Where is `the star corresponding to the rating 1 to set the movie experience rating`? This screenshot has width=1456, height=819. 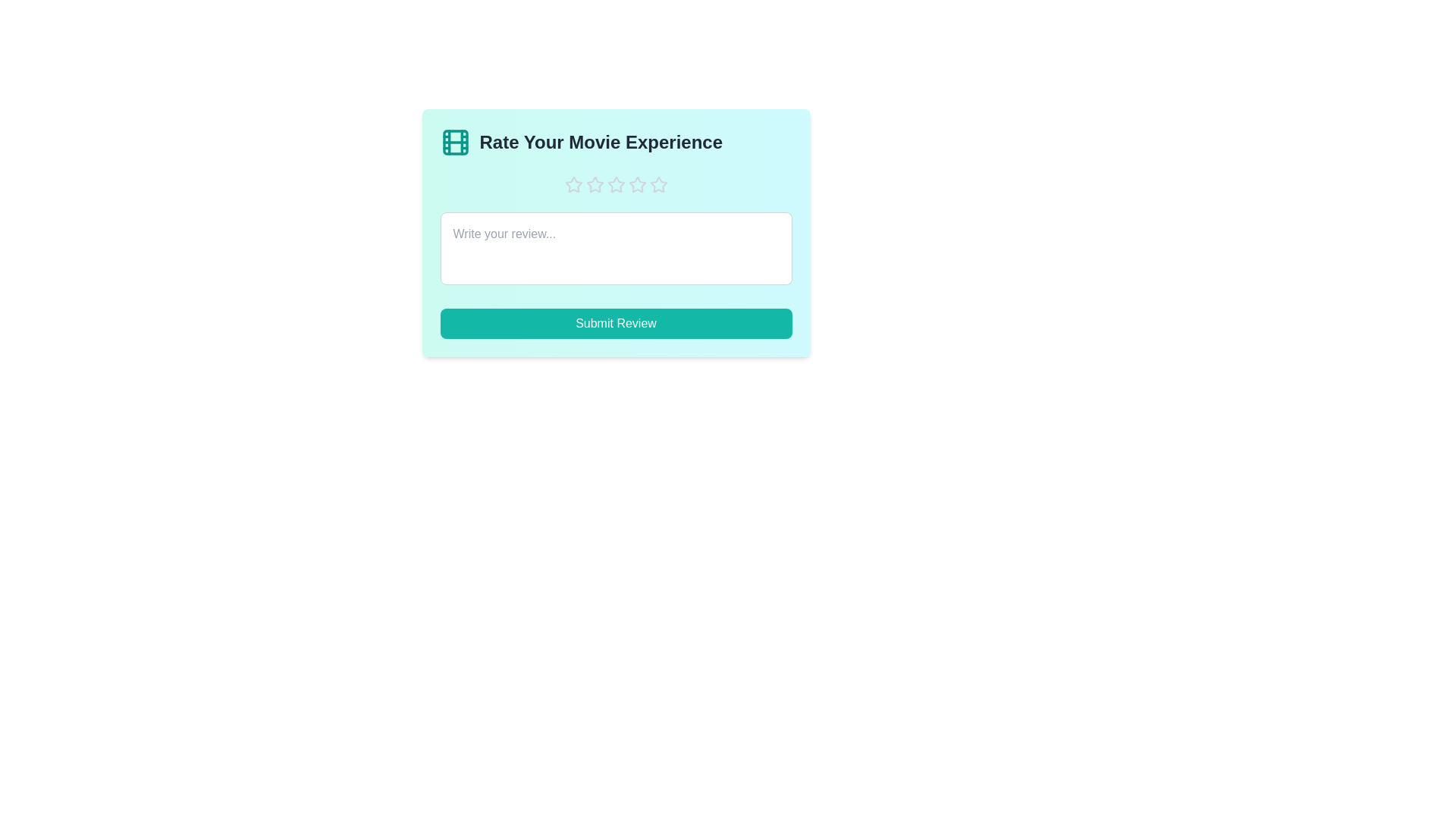
the star corresponding to the rating 1 to set the movie experience rating is located at coordinates (573, 184).